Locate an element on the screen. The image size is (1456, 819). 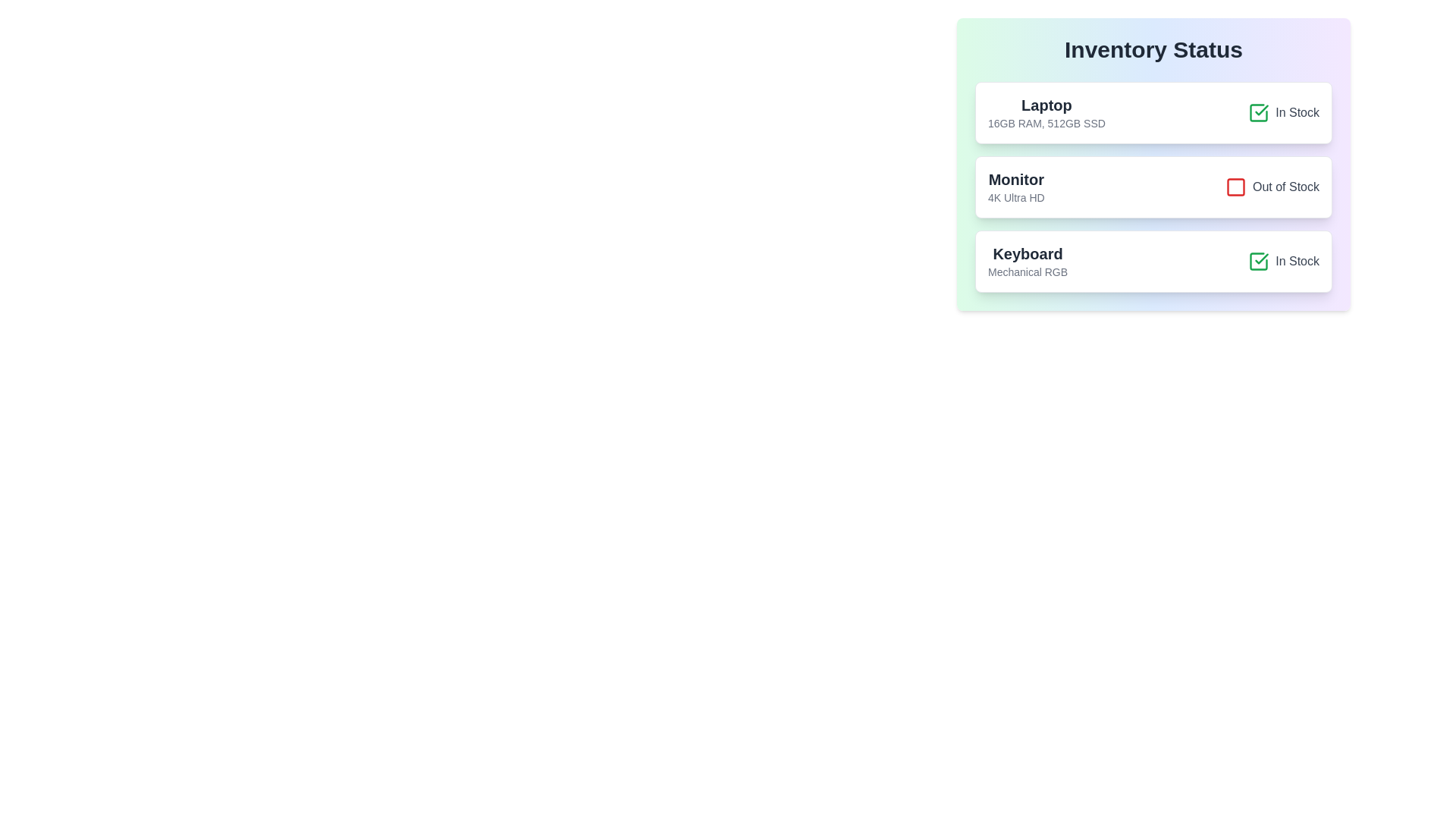
the text label that identifies the product name within the 'Laptop' card in the 'Inventory Status' section is located at coordinates (1046, 104).